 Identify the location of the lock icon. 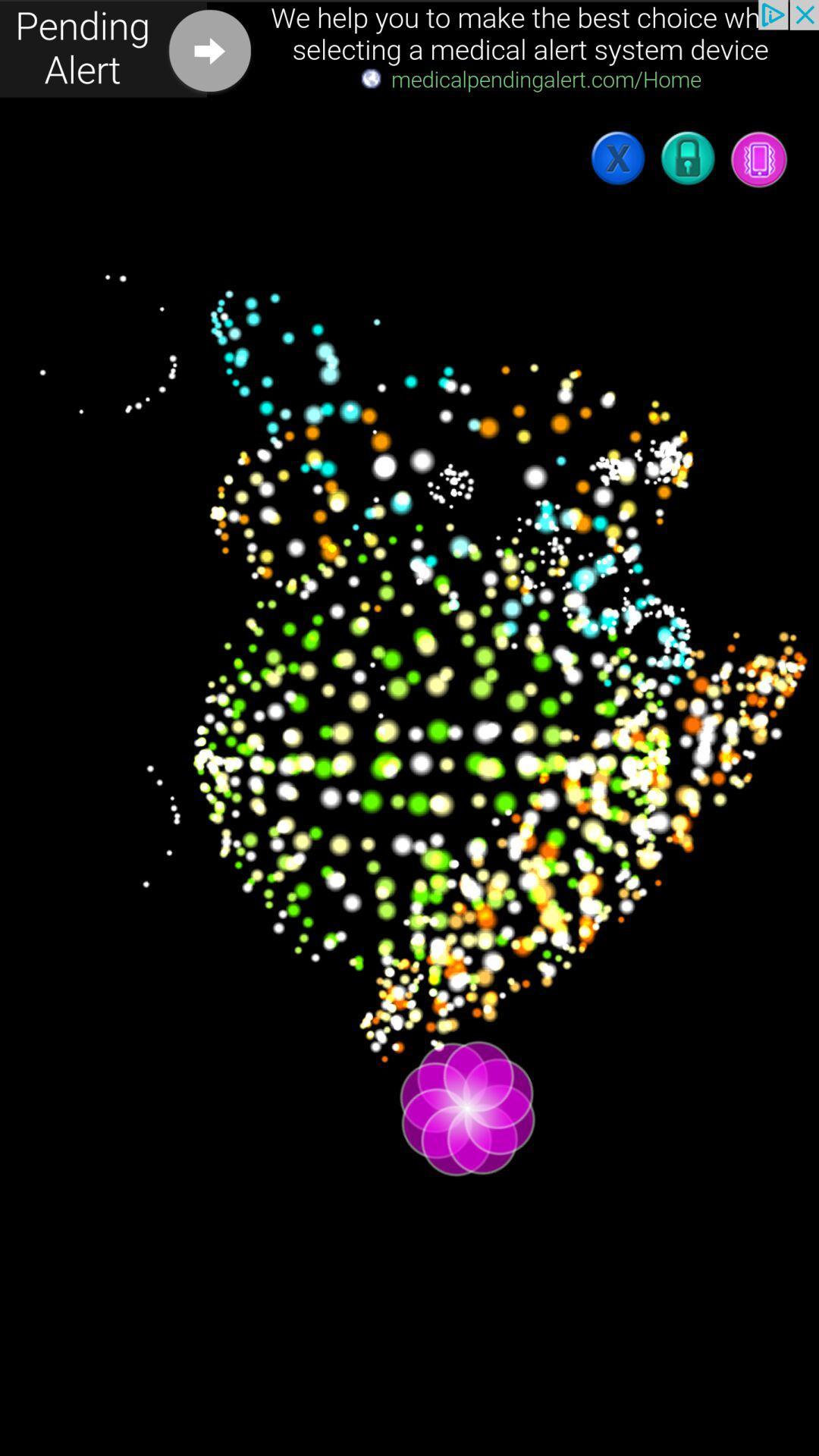
(689, 159).